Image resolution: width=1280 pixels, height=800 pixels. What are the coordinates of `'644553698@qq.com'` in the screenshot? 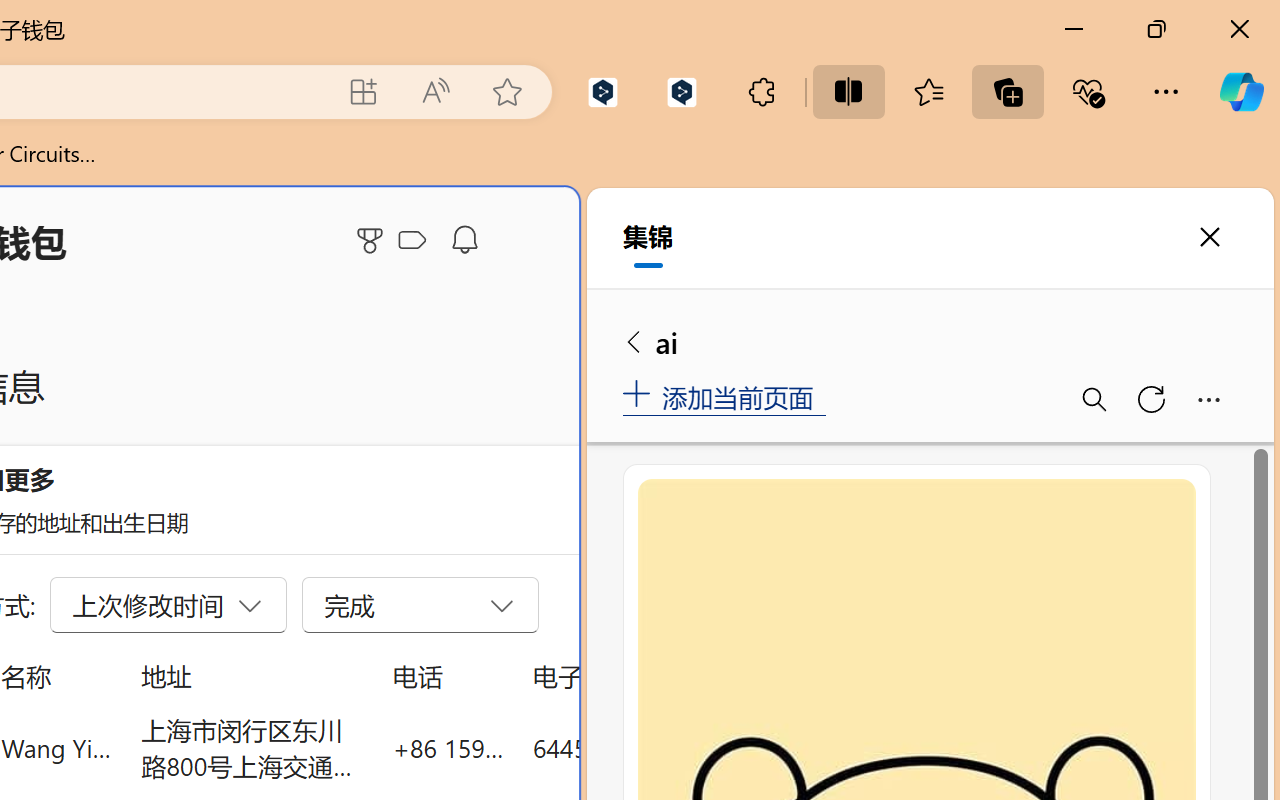 It's located at (644, 747).